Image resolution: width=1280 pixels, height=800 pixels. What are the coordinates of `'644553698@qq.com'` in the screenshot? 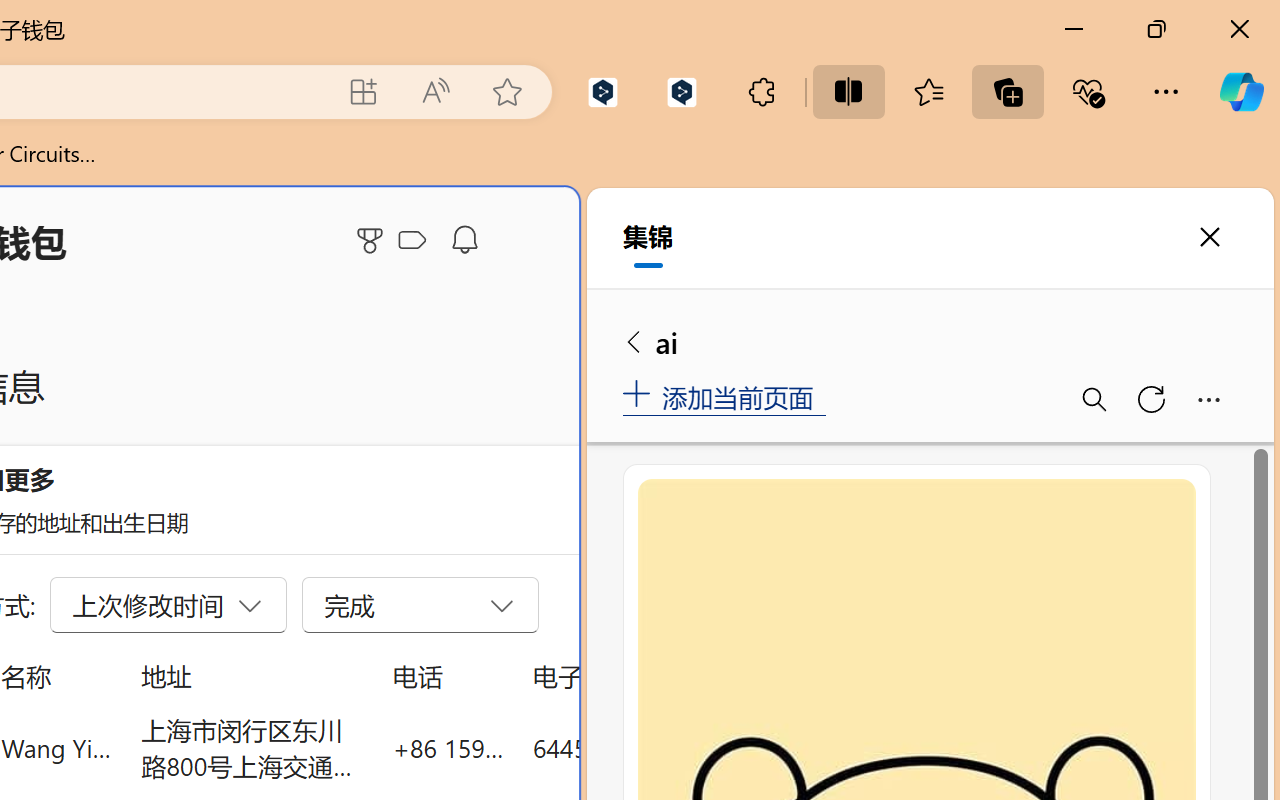 It's located at (644, 747).